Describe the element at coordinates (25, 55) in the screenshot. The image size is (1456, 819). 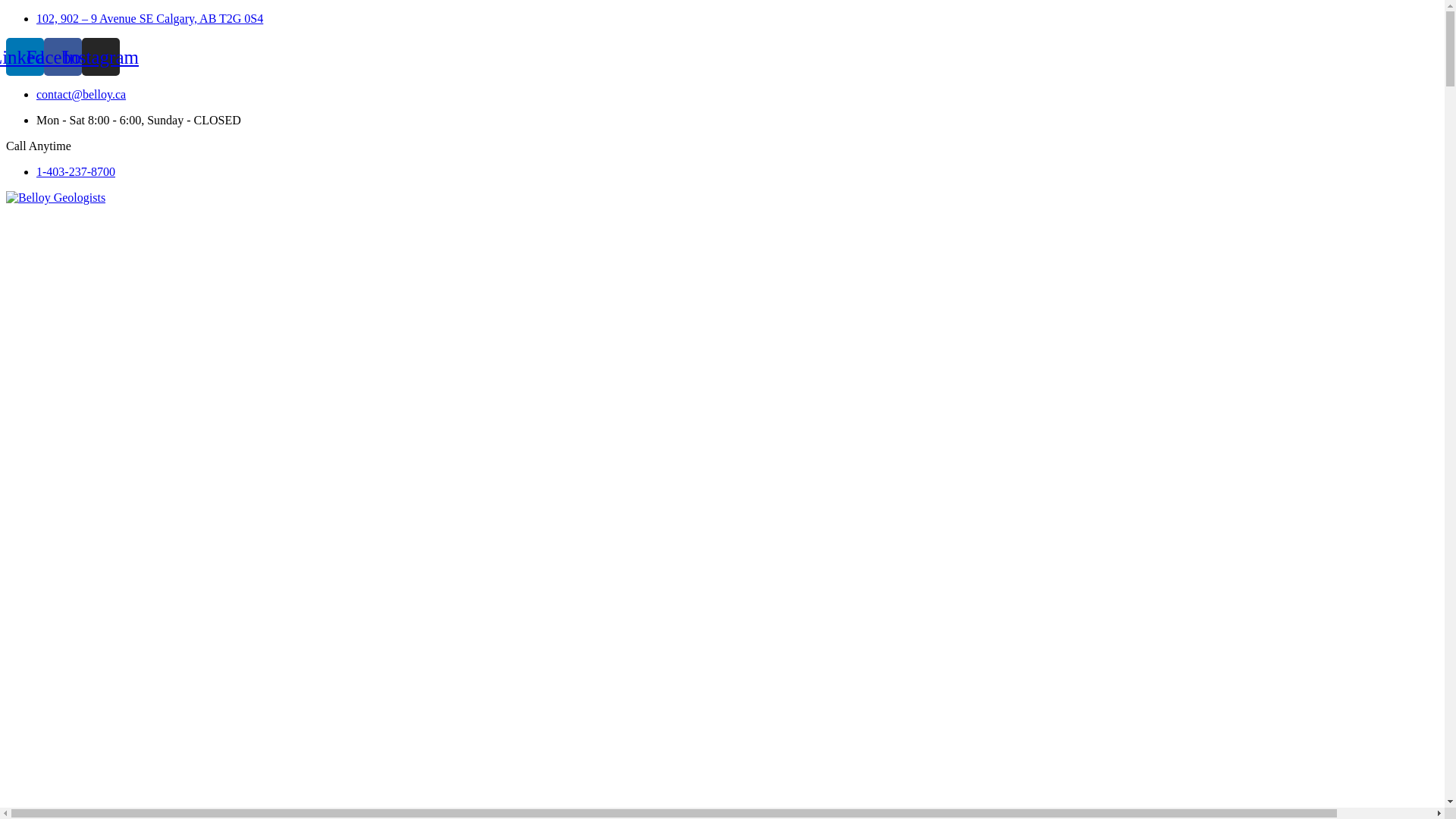
I see `'Linkedin'` at that location.